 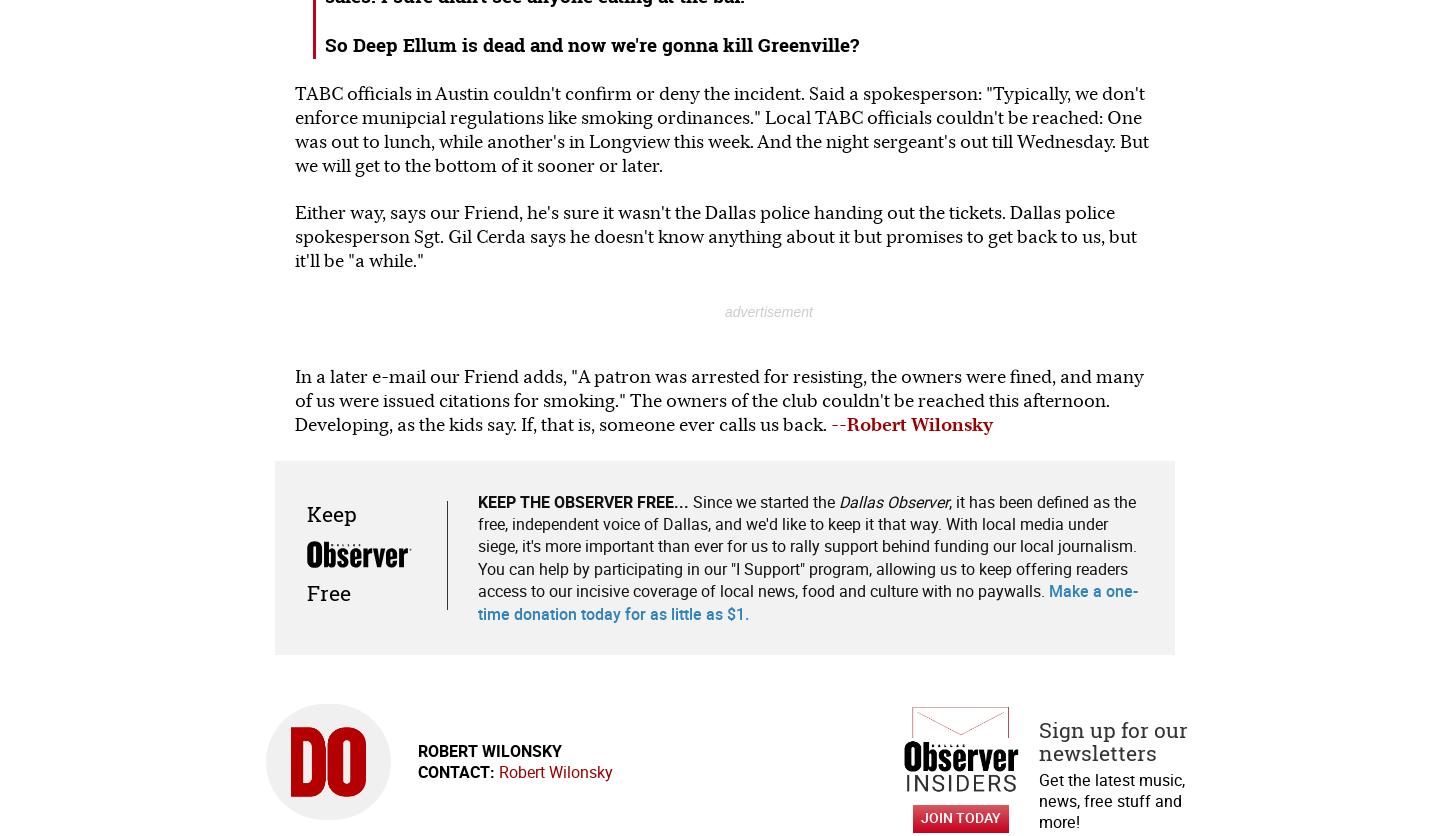 I want to click on 'So Deep Ellum is dead and now we're gonna kill Greenville?', so click(x=592, y=43).